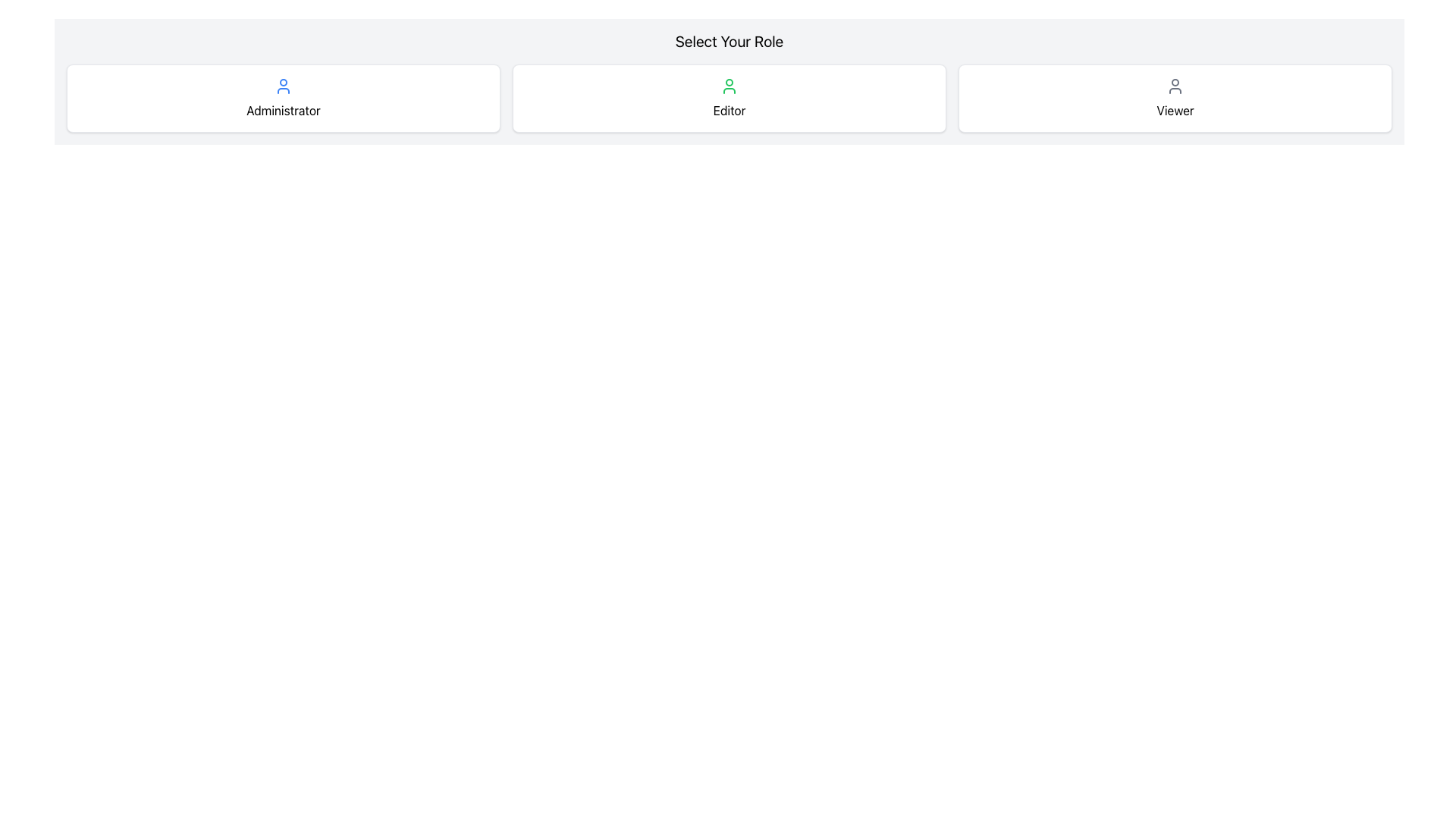  What do you see at coordinates (1175, 86) in the screenshot?
I see `the 'Viewer' role icon located on the far right of the 'Select Your Role' section, above the text 'Viewer'` at bounding box center [1175, 86].